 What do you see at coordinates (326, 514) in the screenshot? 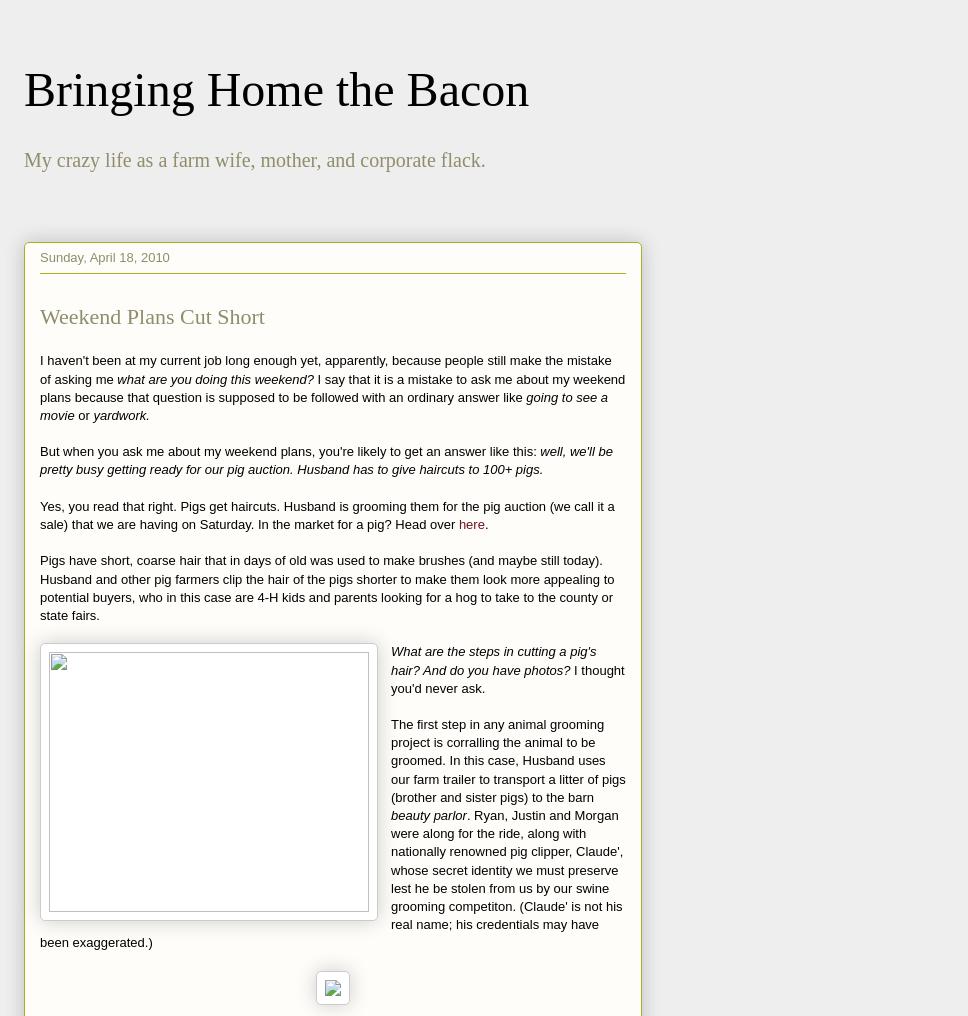
I see `'Yes, you read that right. Pigs get haircuts. Husband is grooming them for the pig auction (we call it a sale) that we are having on Saturday. In the market for a pig? Head over'` at bounding box center [326, 514].